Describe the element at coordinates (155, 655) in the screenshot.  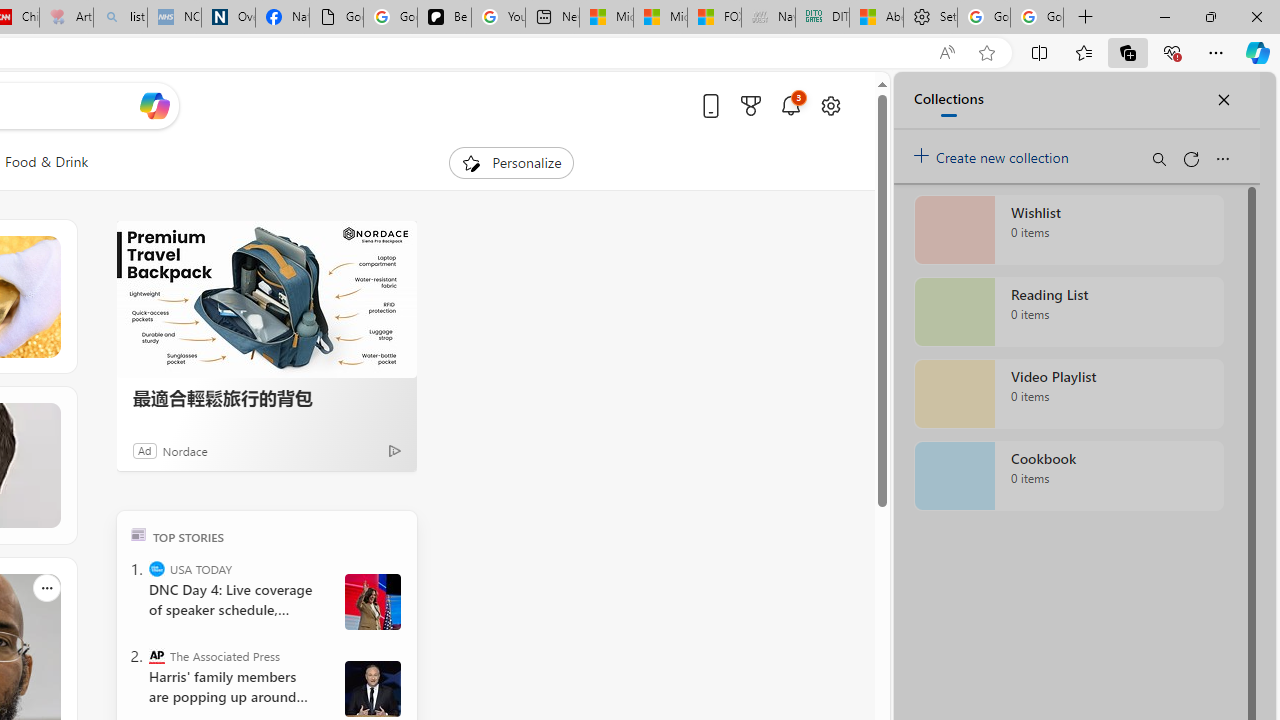
I see `'The Associated Press'` at that location.